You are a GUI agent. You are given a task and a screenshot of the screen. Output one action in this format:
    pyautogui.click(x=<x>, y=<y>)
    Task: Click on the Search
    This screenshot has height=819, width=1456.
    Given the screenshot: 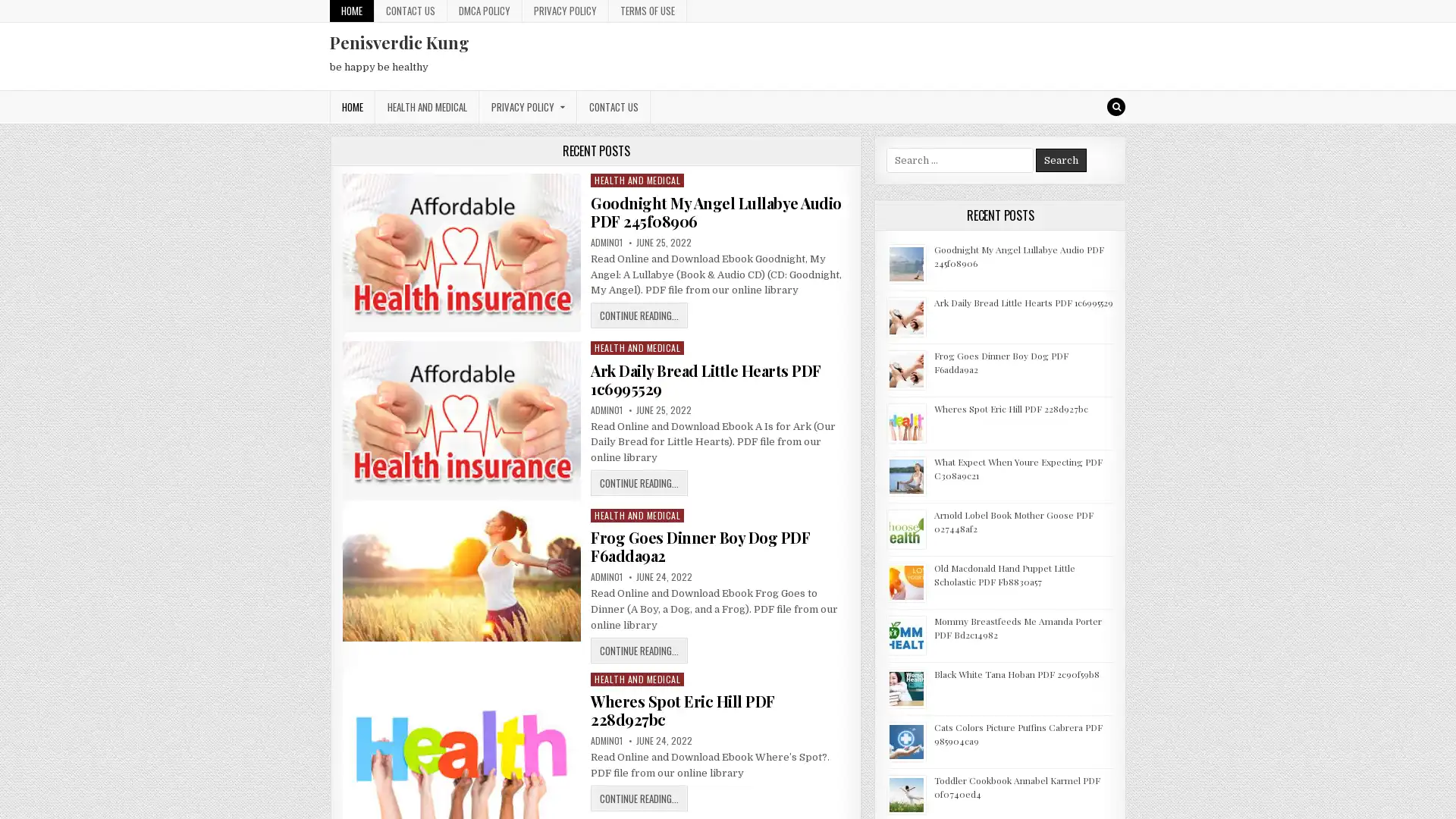 What is the action you would take?
    pyautogui.click(x=1060, y=160)
    